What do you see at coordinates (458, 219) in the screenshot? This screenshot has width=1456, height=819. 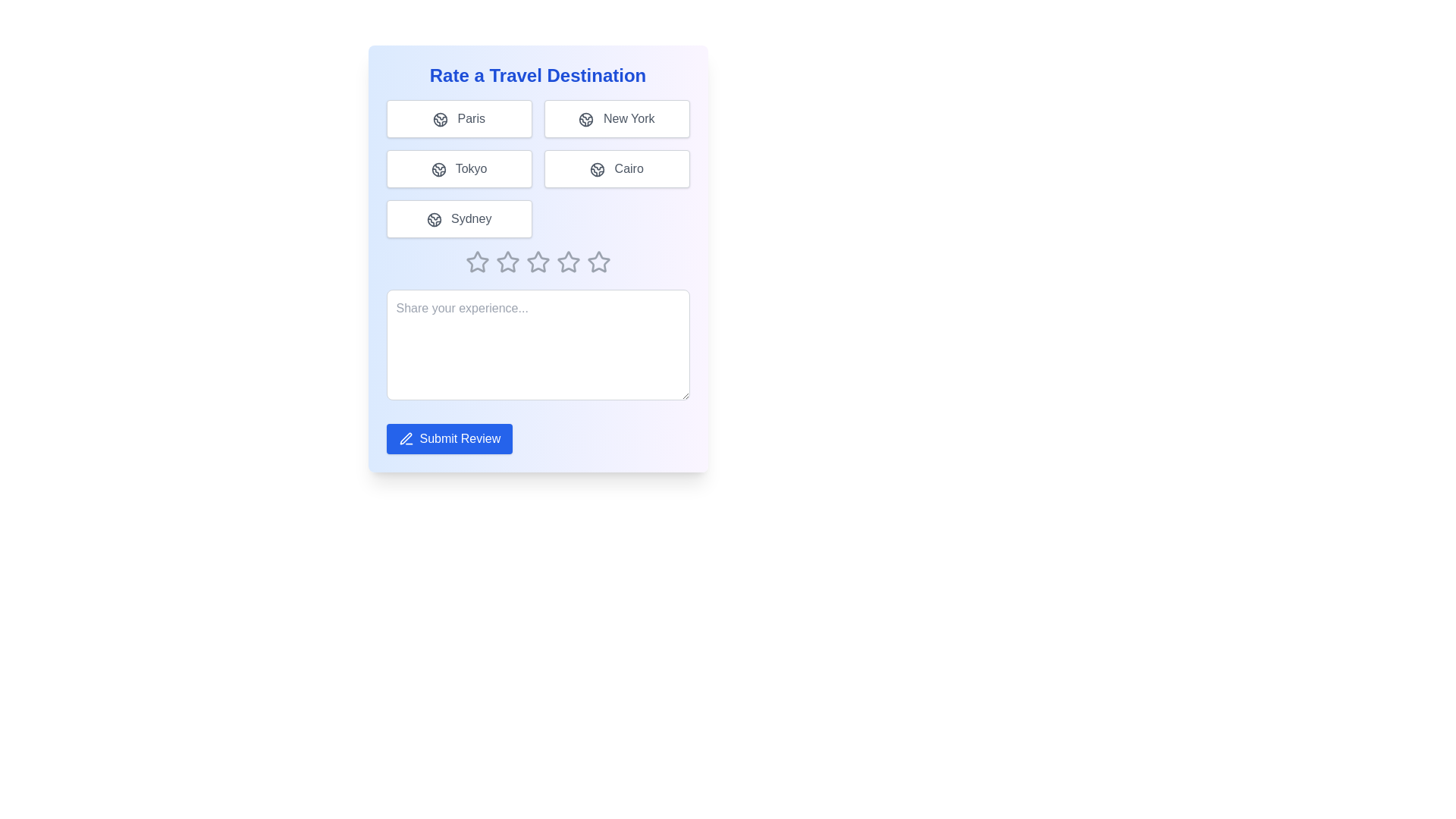 I see `the button that allows the user to select 'Sydney' as their travel destination choice, located as the fifth button in a two-column grid layout, below the 'Tokyo' button` at bounding box center [458, 219].